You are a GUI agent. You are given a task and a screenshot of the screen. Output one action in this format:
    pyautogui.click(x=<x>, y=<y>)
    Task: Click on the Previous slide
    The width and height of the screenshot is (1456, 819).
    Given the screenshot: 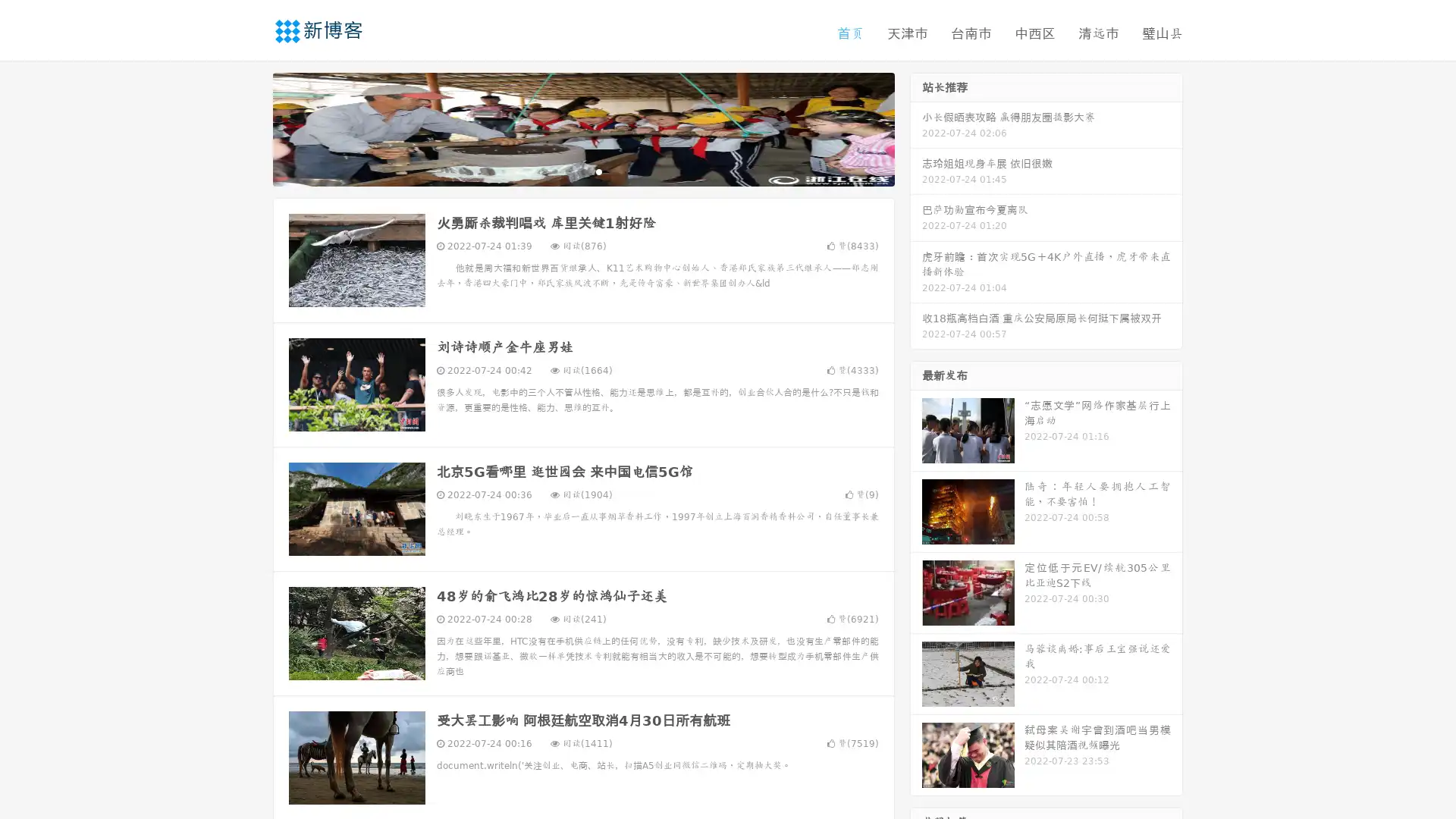 What is the action you would take?
    pyautogui.click(x=250, y=127)
    